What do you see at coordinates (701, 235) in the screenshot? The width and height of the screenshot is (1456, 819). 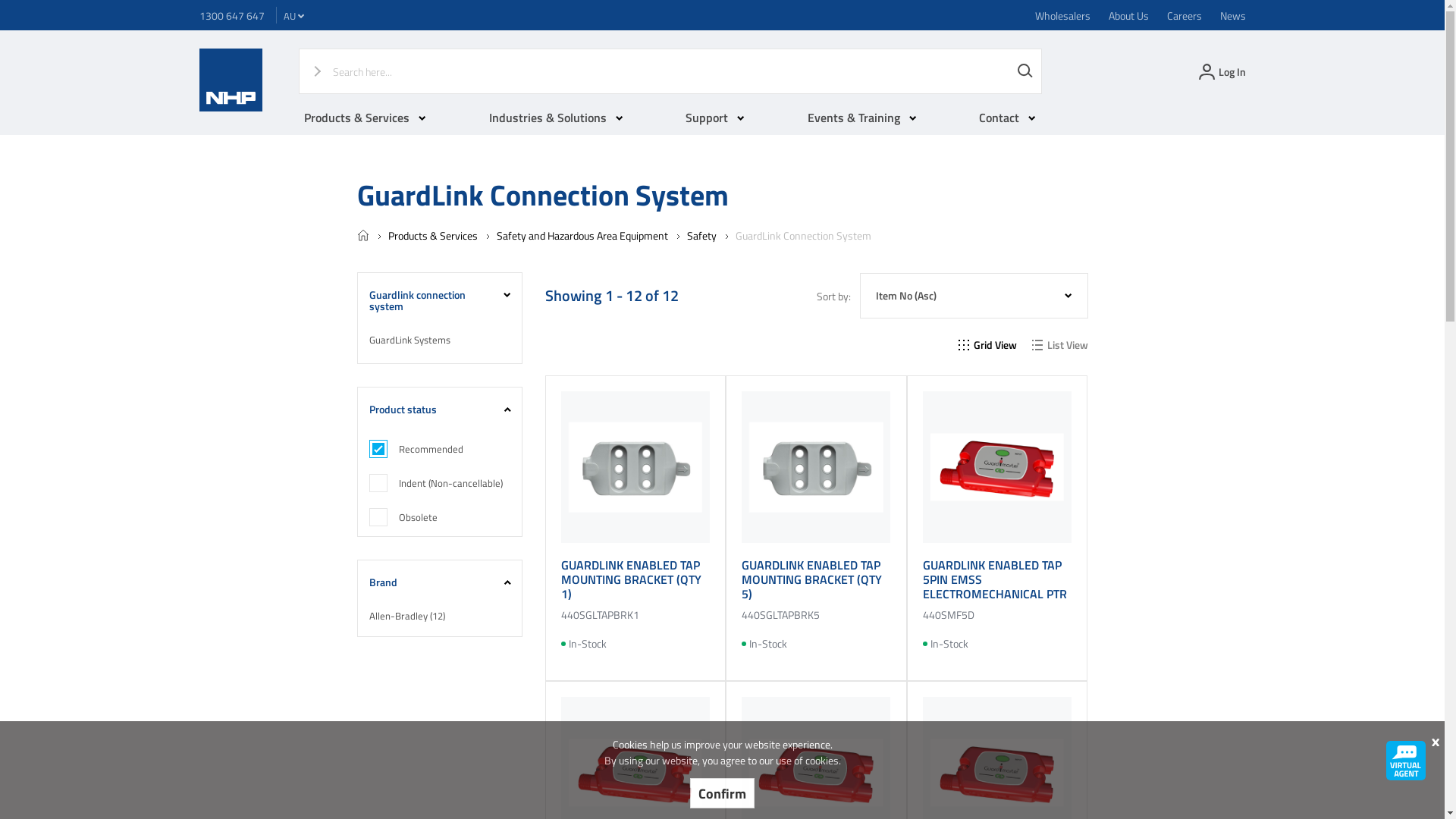 I see `'Safety'` at bounding box center [701, 235].